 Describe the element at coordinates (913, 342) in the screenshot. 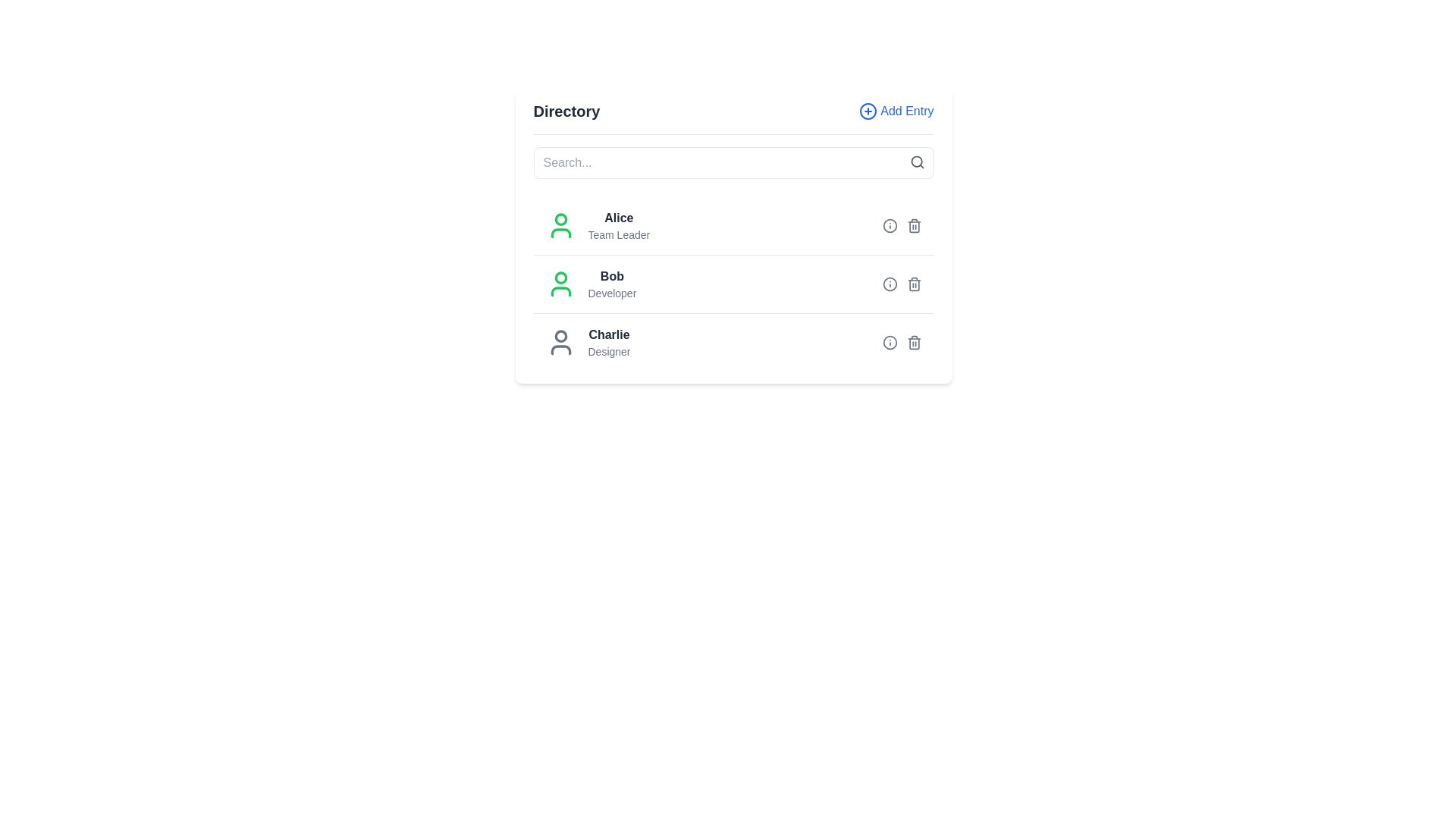

I see `the delete icon button for user 'Charlie', located at the rightmost end of the third row in the list, to observe style changes` at that location.